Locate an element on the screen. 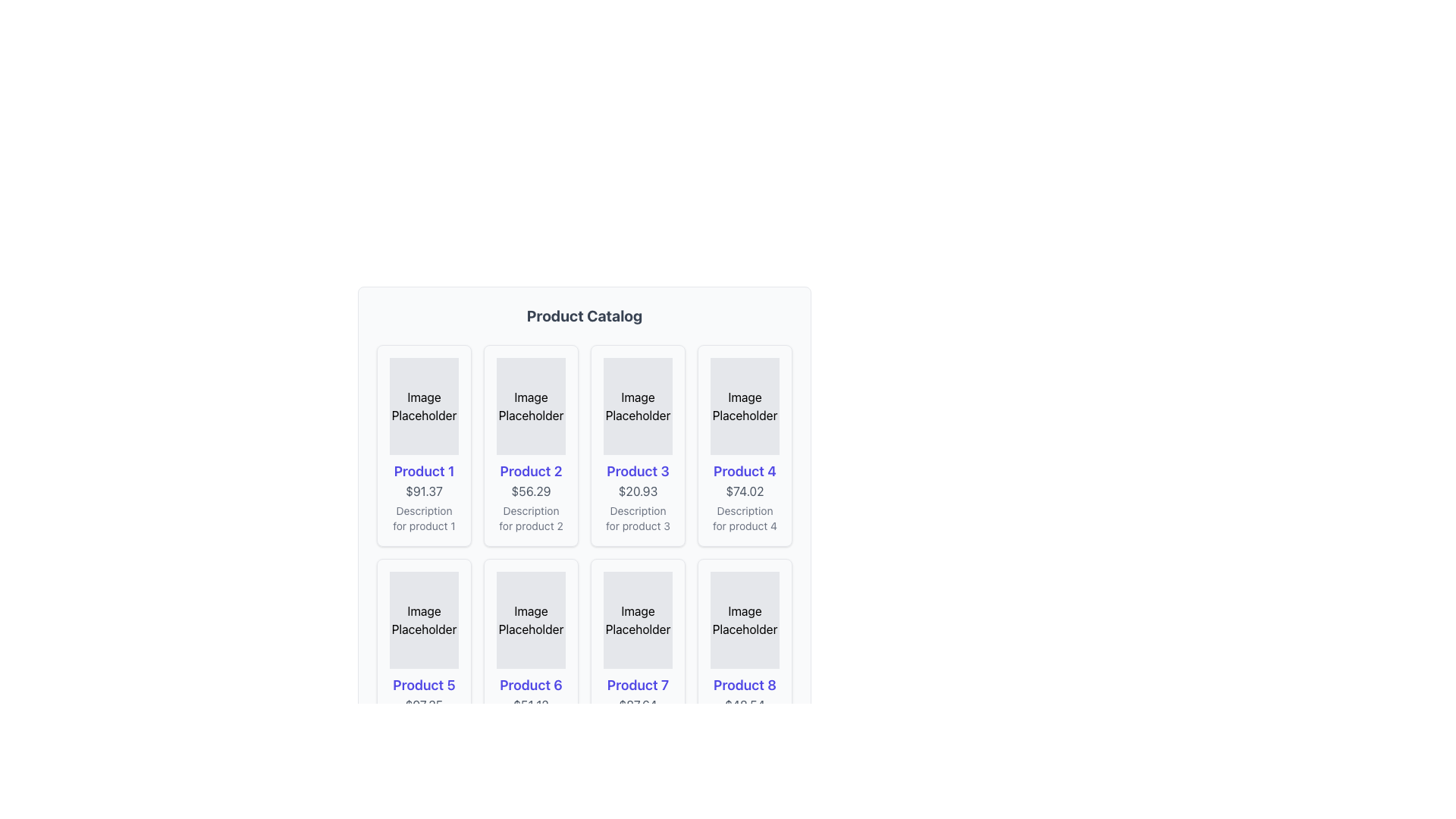  the 4th Product Card in the top-right corner of the visible product catalog, which displays product information including an image, title, price, and description is located at coordinates (745, 444).